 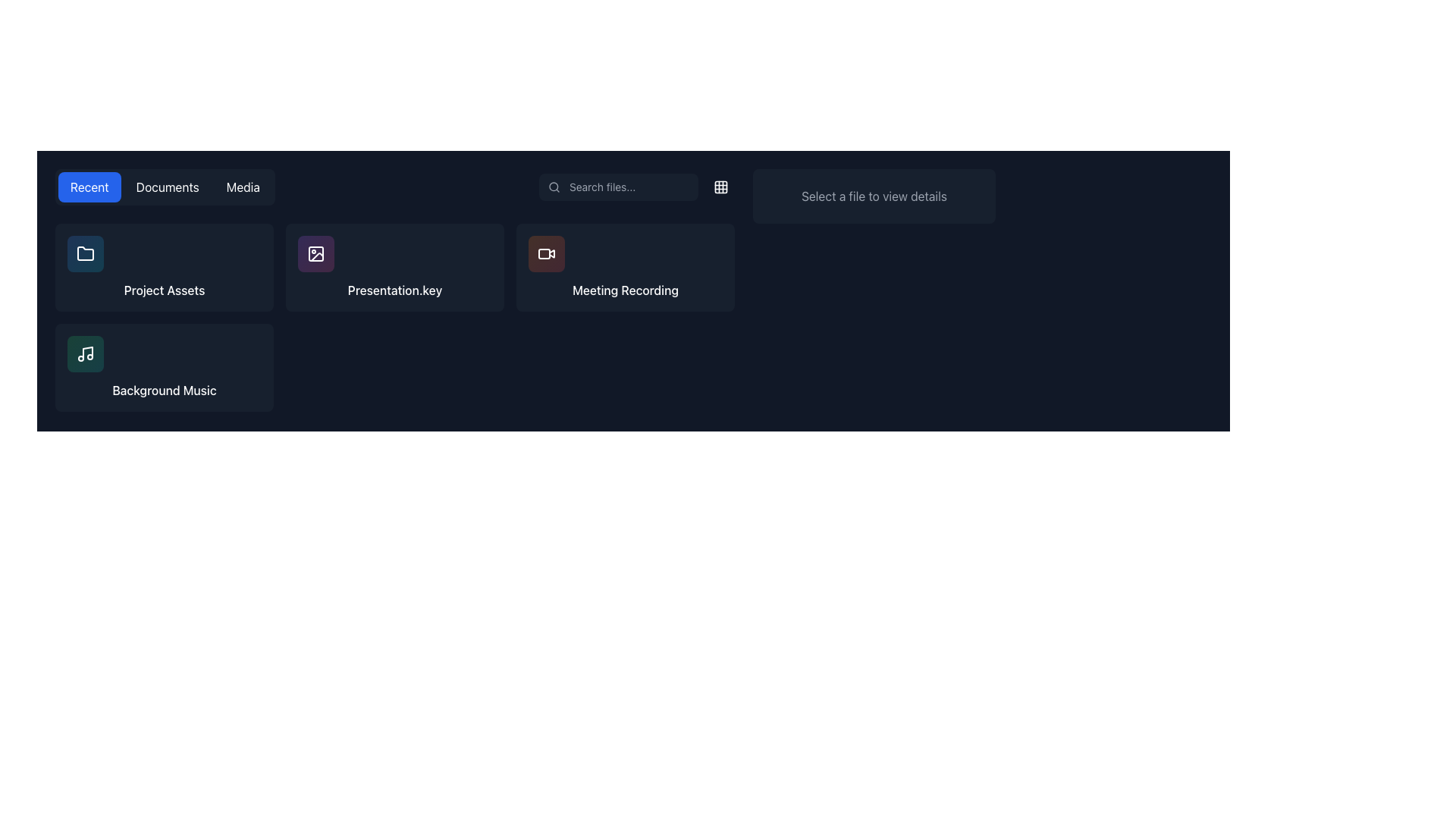 I want to click on an item within the grid display layout that contains titles like 'Project Assets,' 'Presentation.key,' 'Meeting Recording,' and 'Background Music.', so click(x=395, y=317).